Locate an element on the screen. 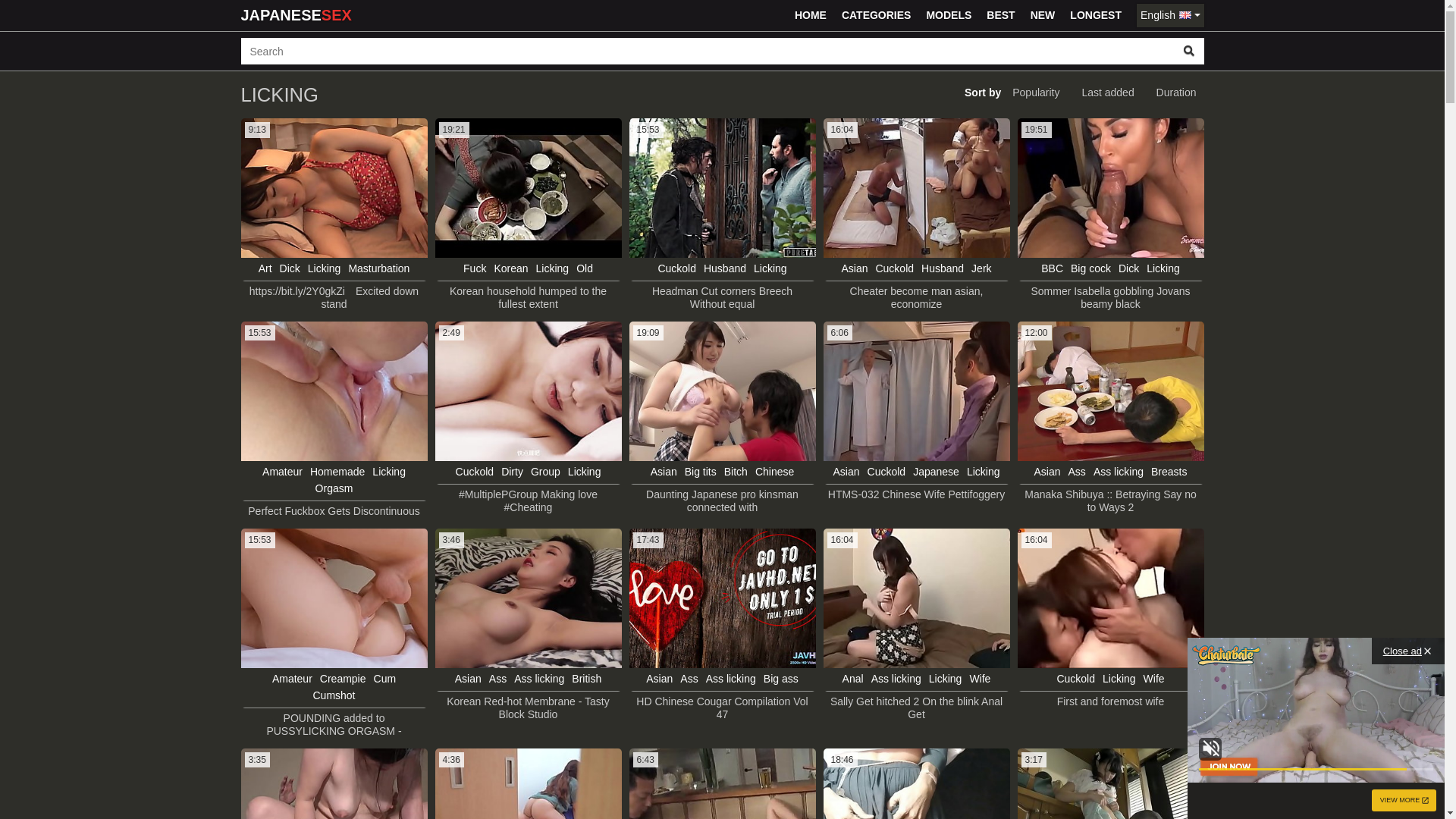 This screenshot has height=819, width=1456. 'POUNDING added to PUSSYLICKING ORGASM -' is located at coordinates (333, 724).